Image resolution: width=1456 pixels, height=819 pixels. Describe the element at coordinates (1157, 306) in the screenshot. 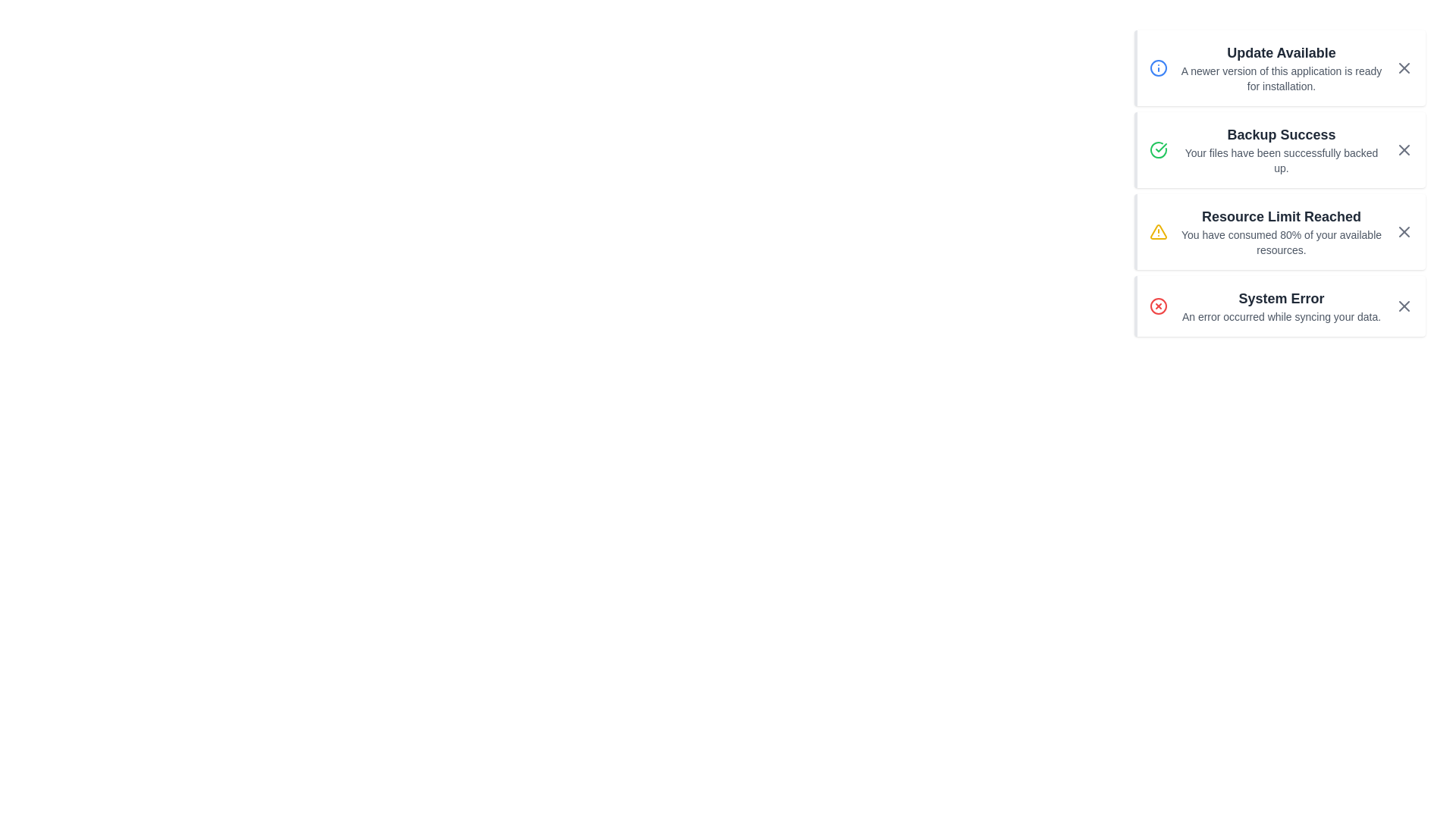

I see `the red circular SVG element that is part of the 'System Error' notification icon located at the far right of the notification list` at that location.